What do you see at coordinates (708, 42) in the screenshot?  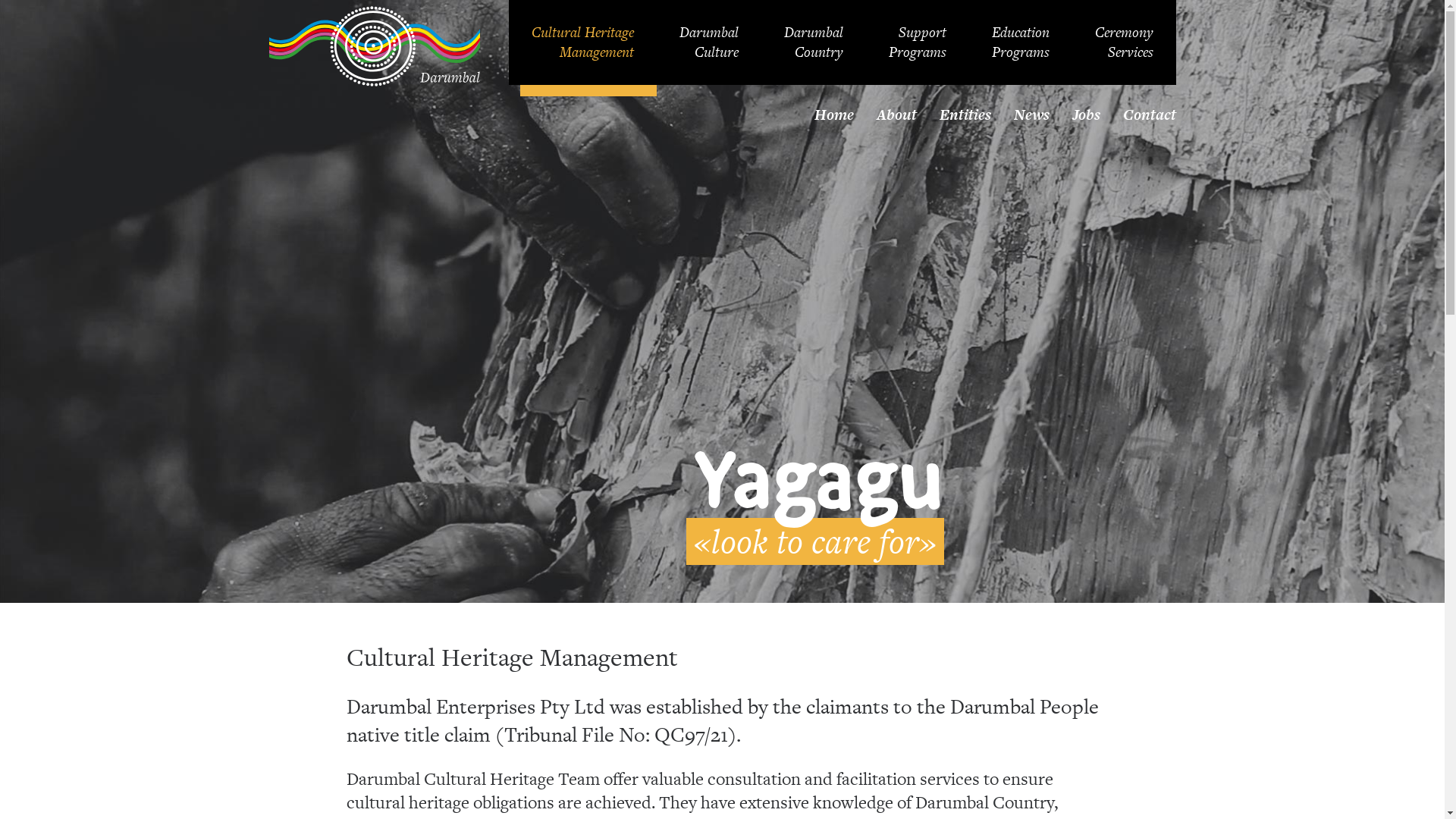 I see `'Darumbal` at bounding box center [708, 42].